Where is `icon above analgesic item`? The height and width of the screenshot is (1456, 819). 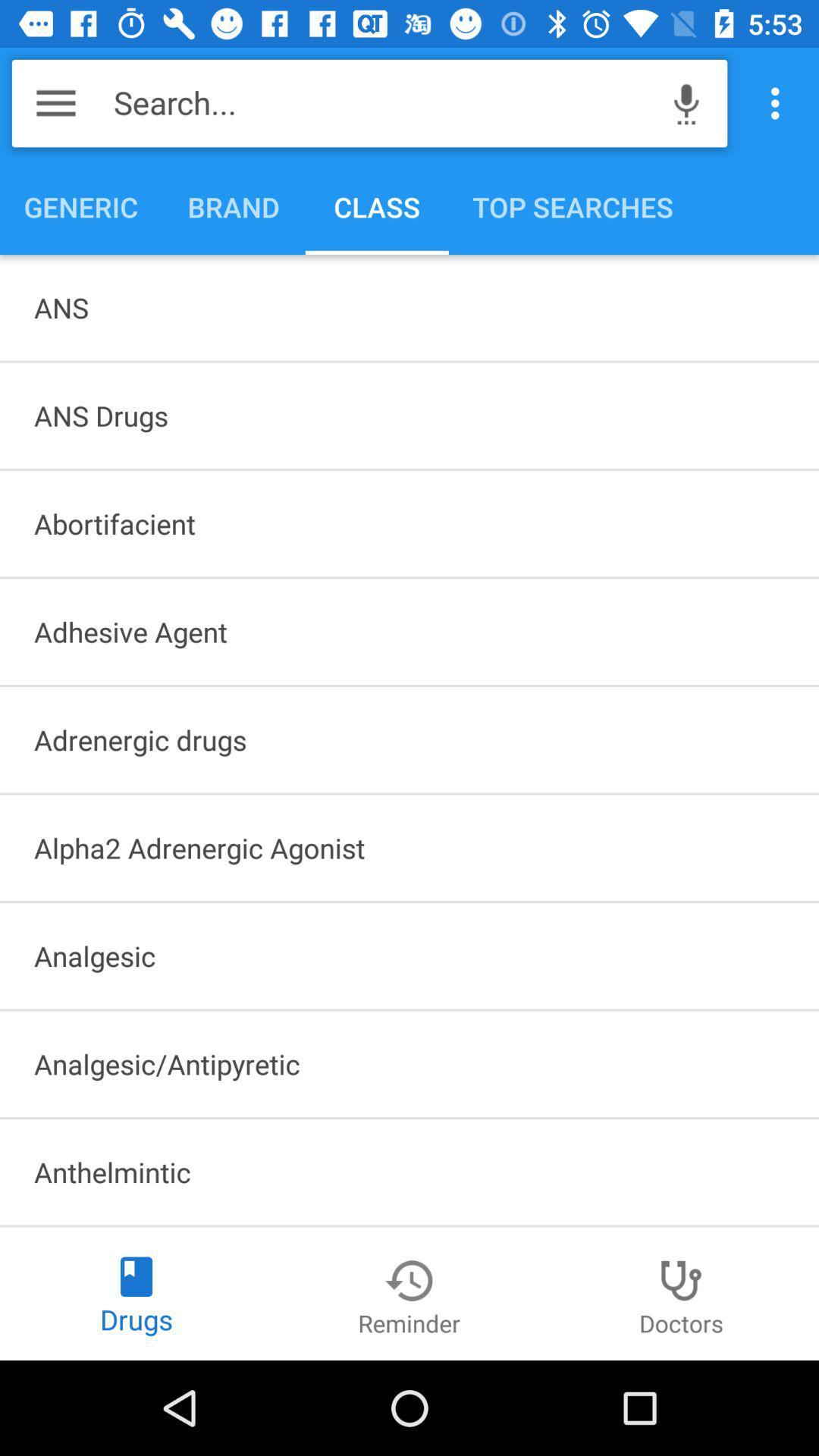 icon above analgesic item is located at coordinates (409, 847).